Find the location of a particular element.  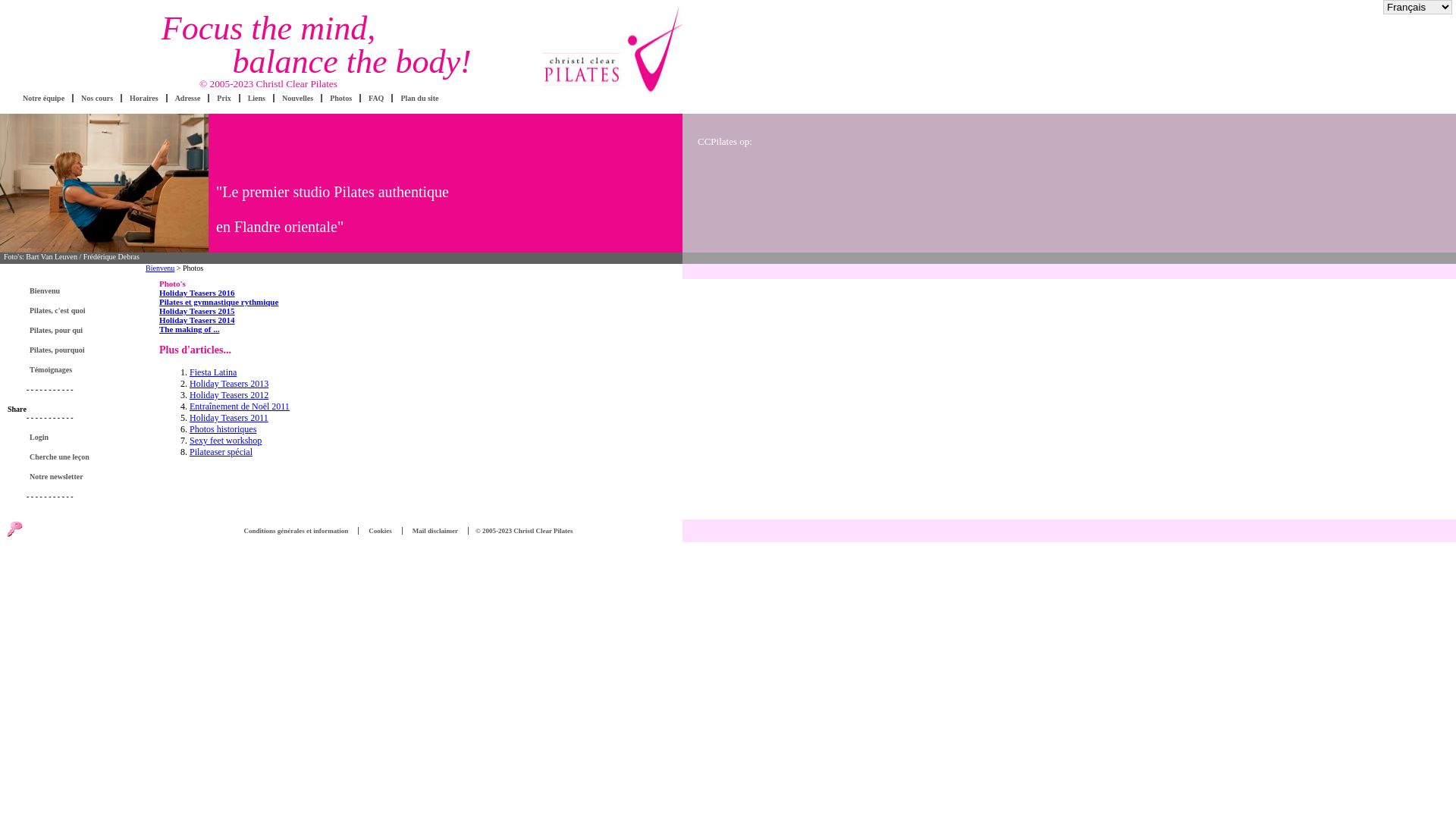

'Holiday Teasers 2012' is located at coordinates (228, 394).